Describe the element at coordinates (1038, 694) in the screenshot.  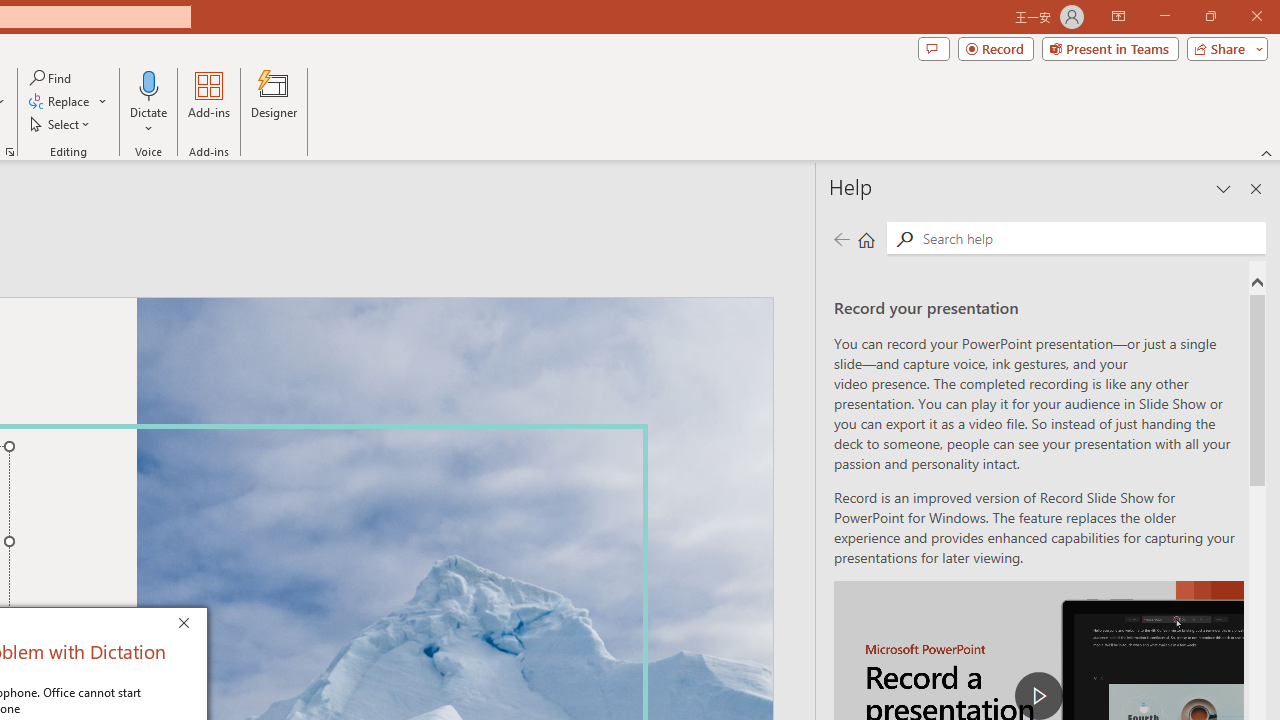
I see `'play Record a Presentation'` at that location.